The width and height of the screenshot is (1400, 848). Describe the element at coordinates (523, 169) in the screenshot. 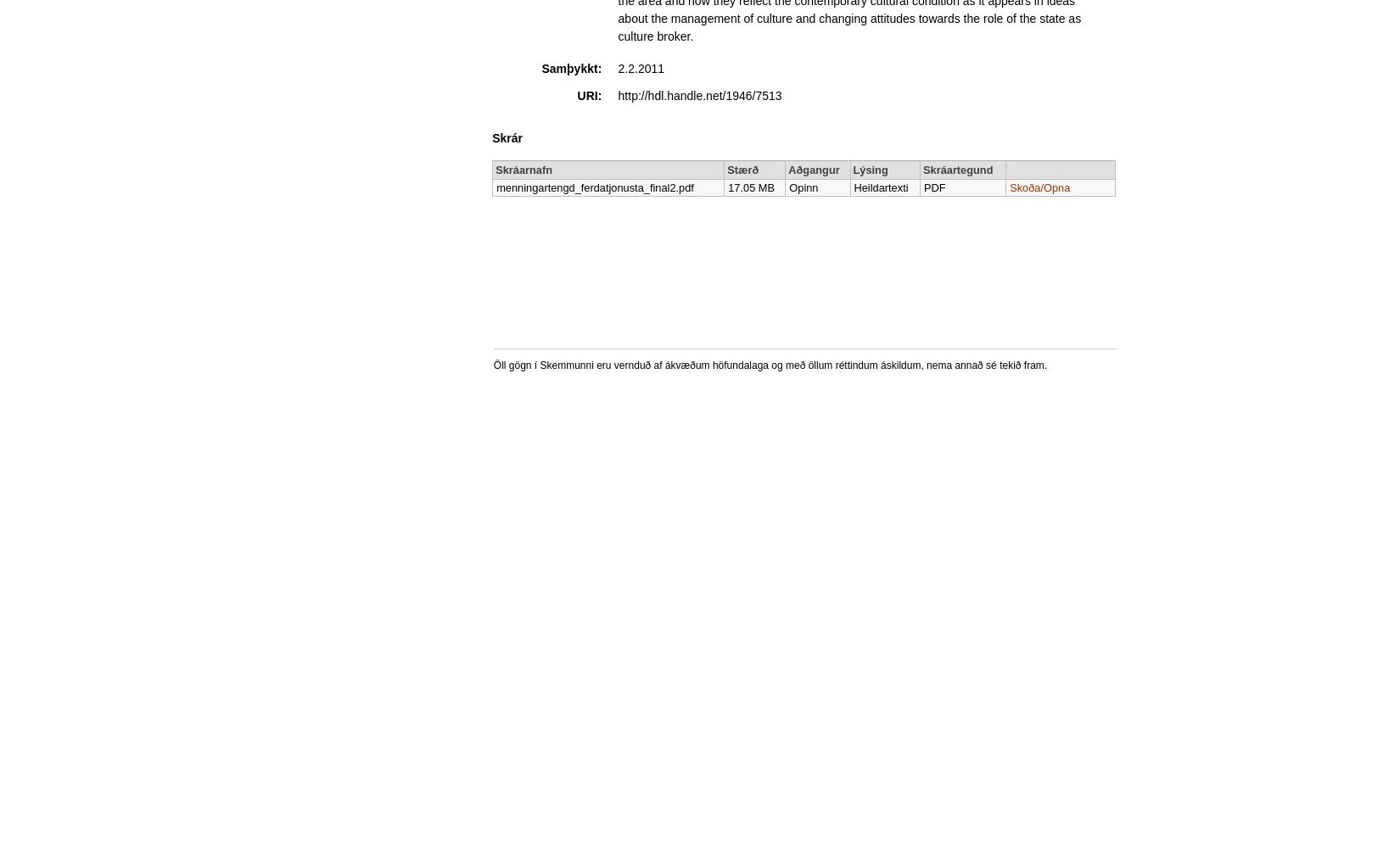

I see `'Skráarnafn'` at that location.